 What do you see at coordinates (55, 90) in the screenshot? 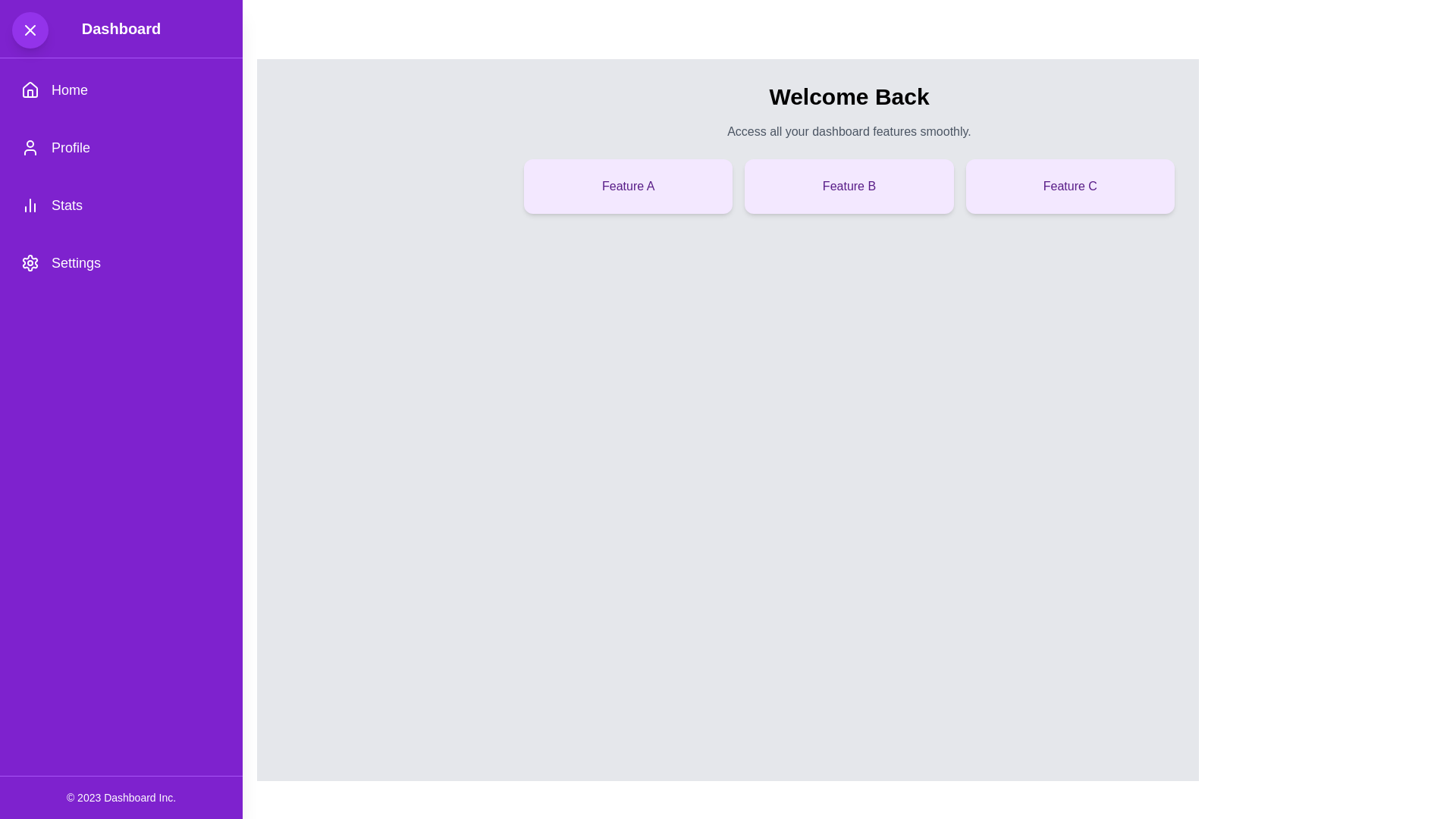
I see `the first button in the vertical list of navigation options on the left sidebar` at bounding box center [55, 90].